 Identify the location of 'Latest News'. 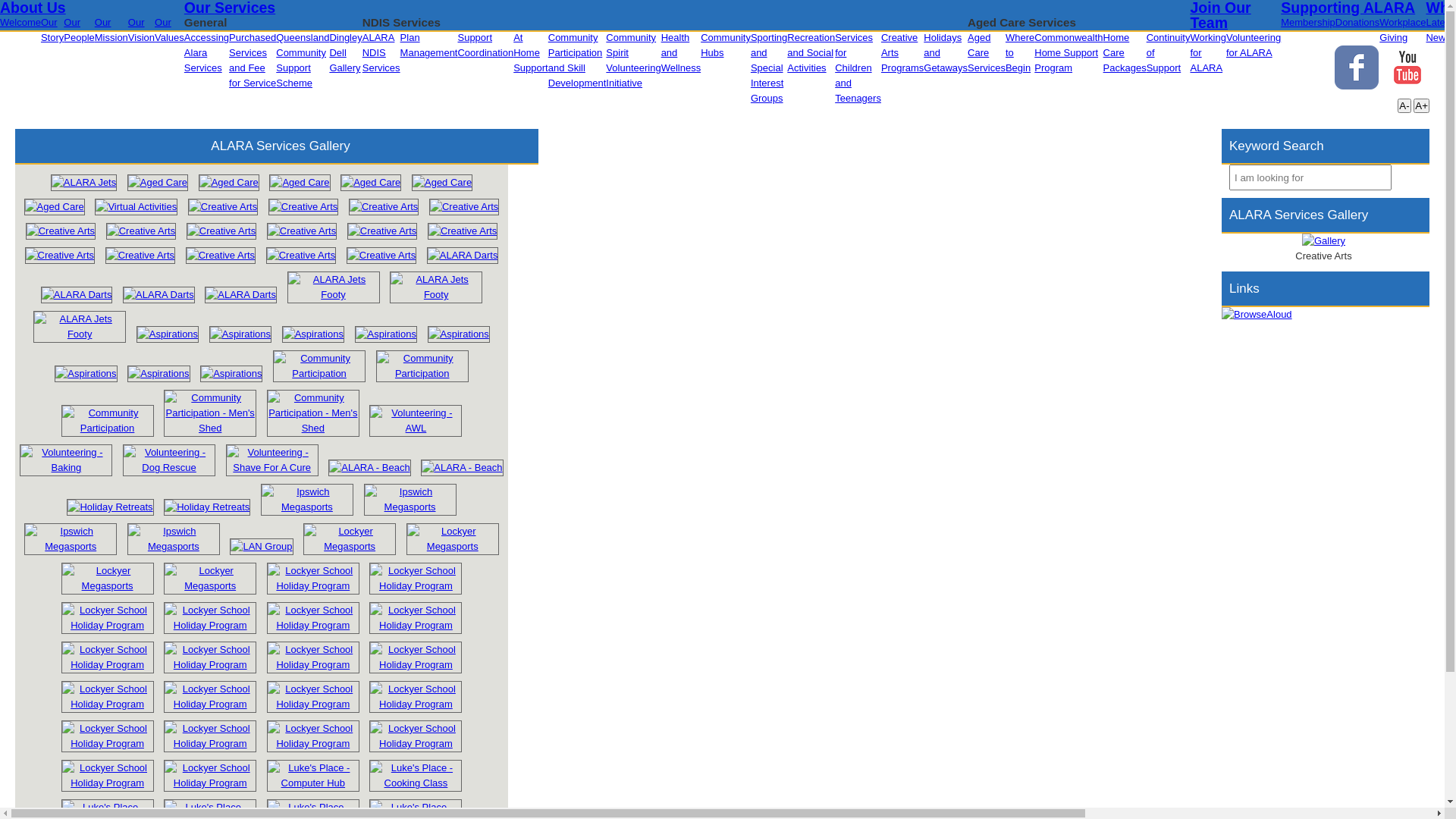
(1425, 30).